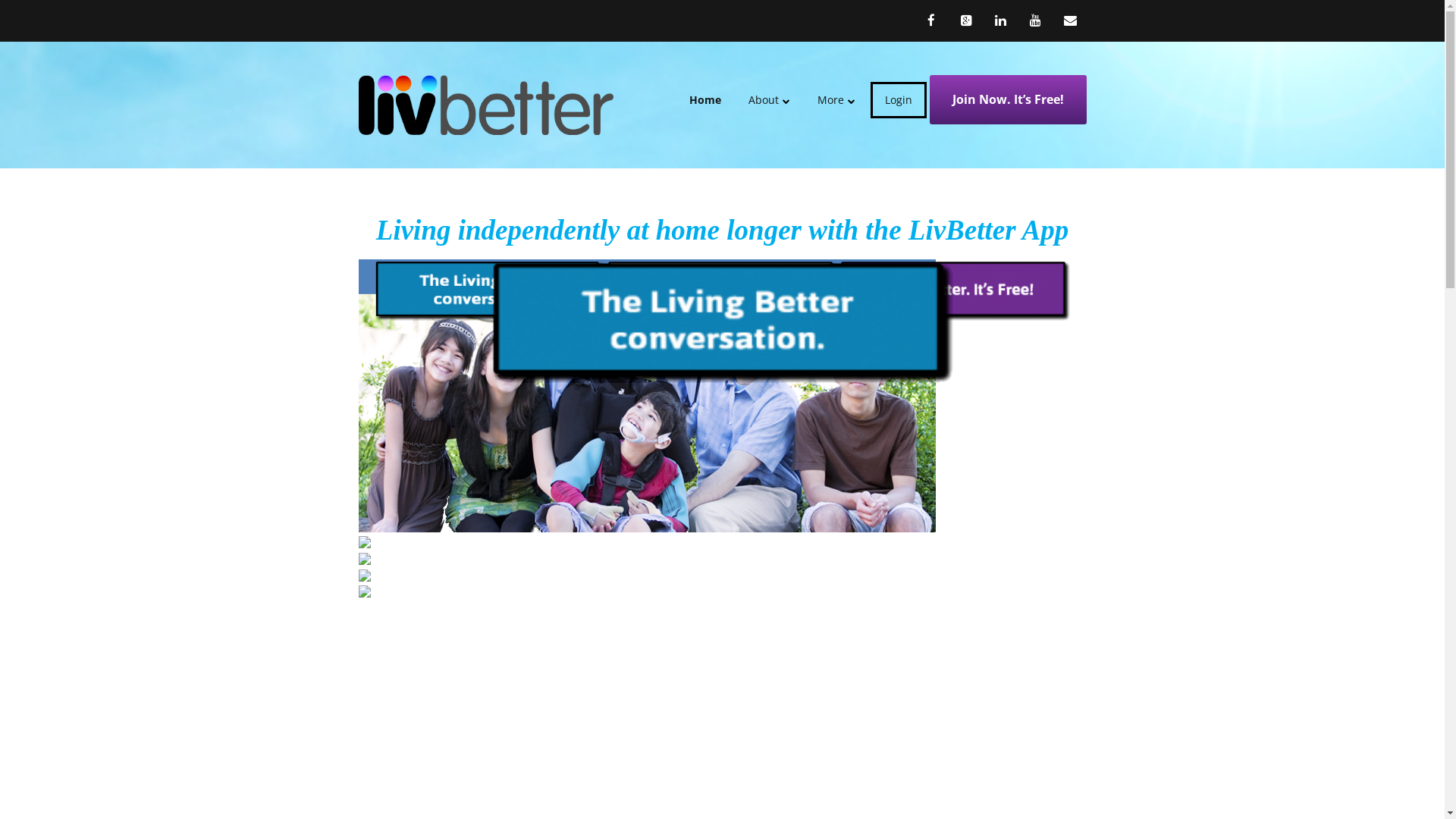 This screenshot has height=819, width=1456. What do you see at coordinates (736, 84) in the screenshot?
I see `'Skip to content'` at bounding box center [736, 84].